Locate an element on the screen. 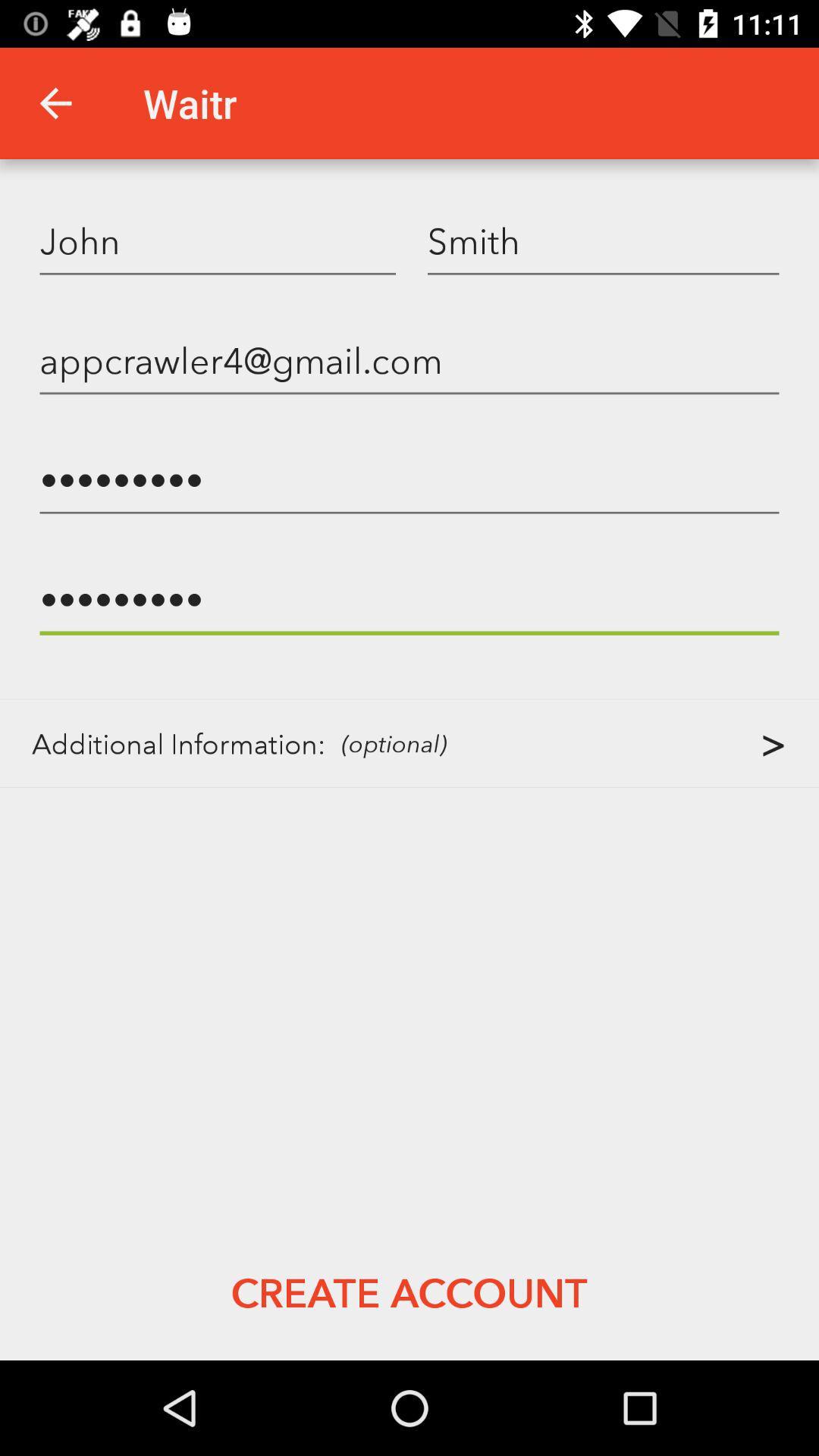  item above appcrawler4@gmail.com item is located at coordinates (602, 240).